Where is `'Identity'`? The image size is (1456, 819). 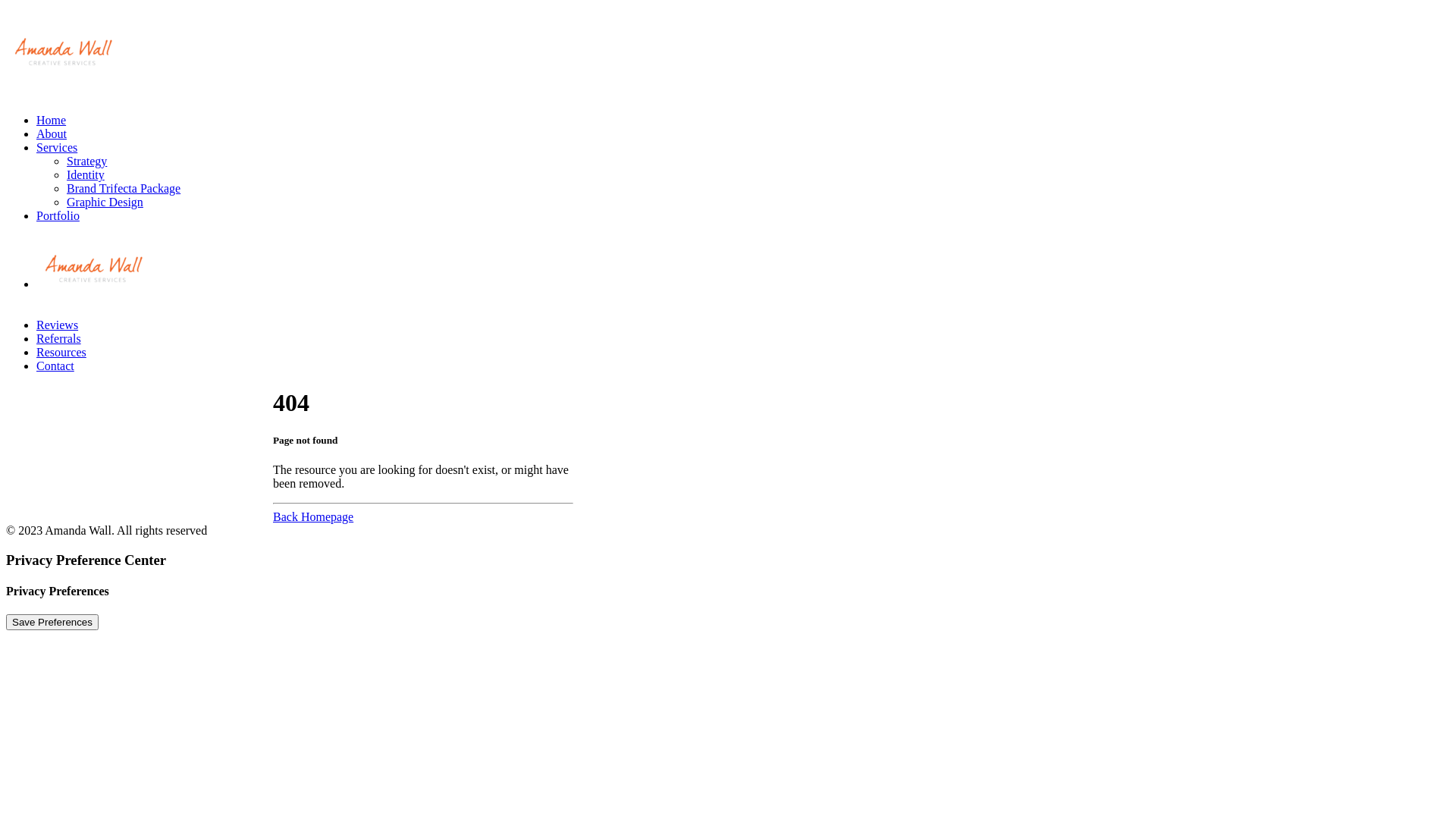
'Identity' is located at coordinates (85, 174).